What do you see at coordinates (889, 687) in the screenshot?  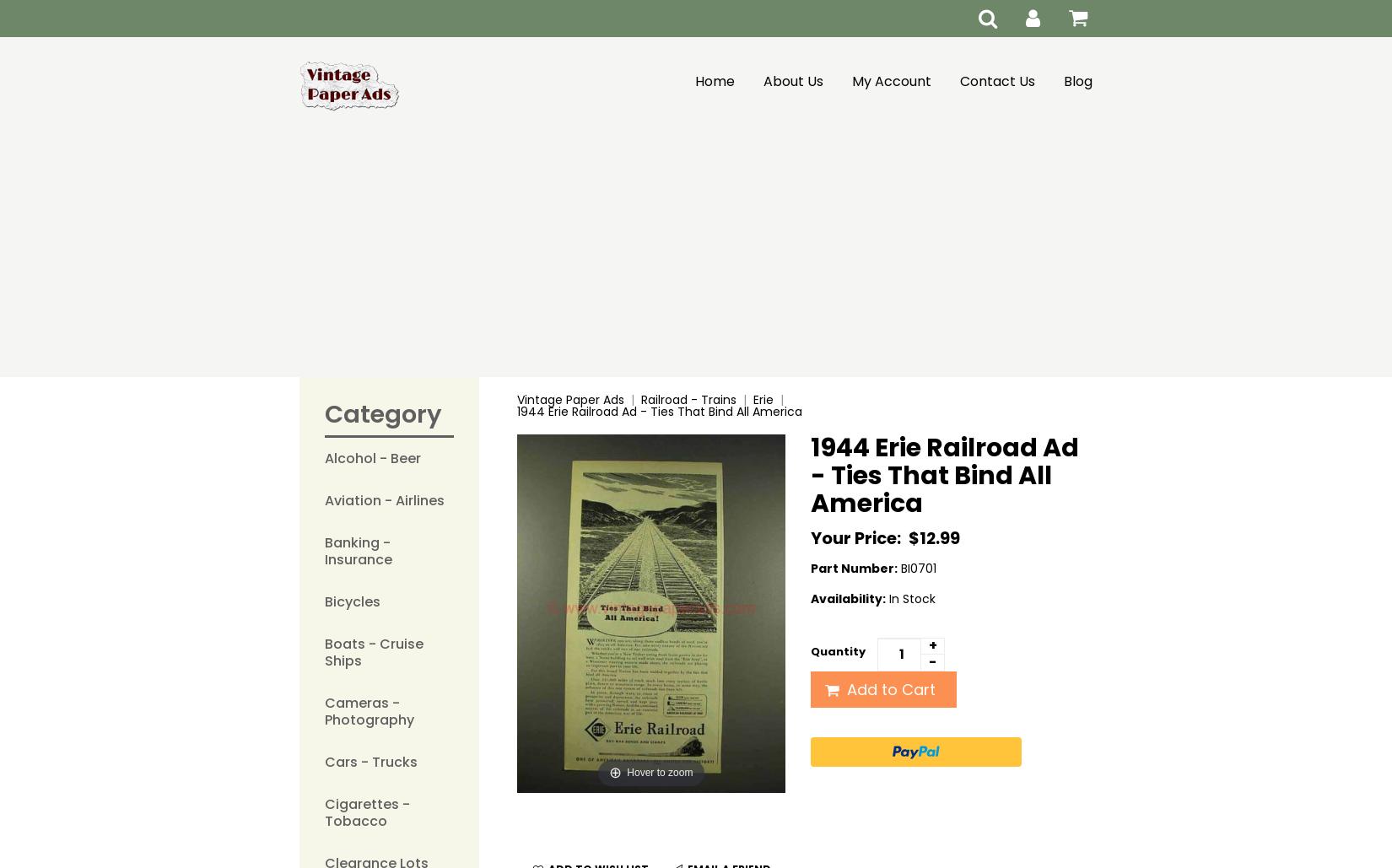 I see `'Add to Cart'` at bounding box center [889, 687].